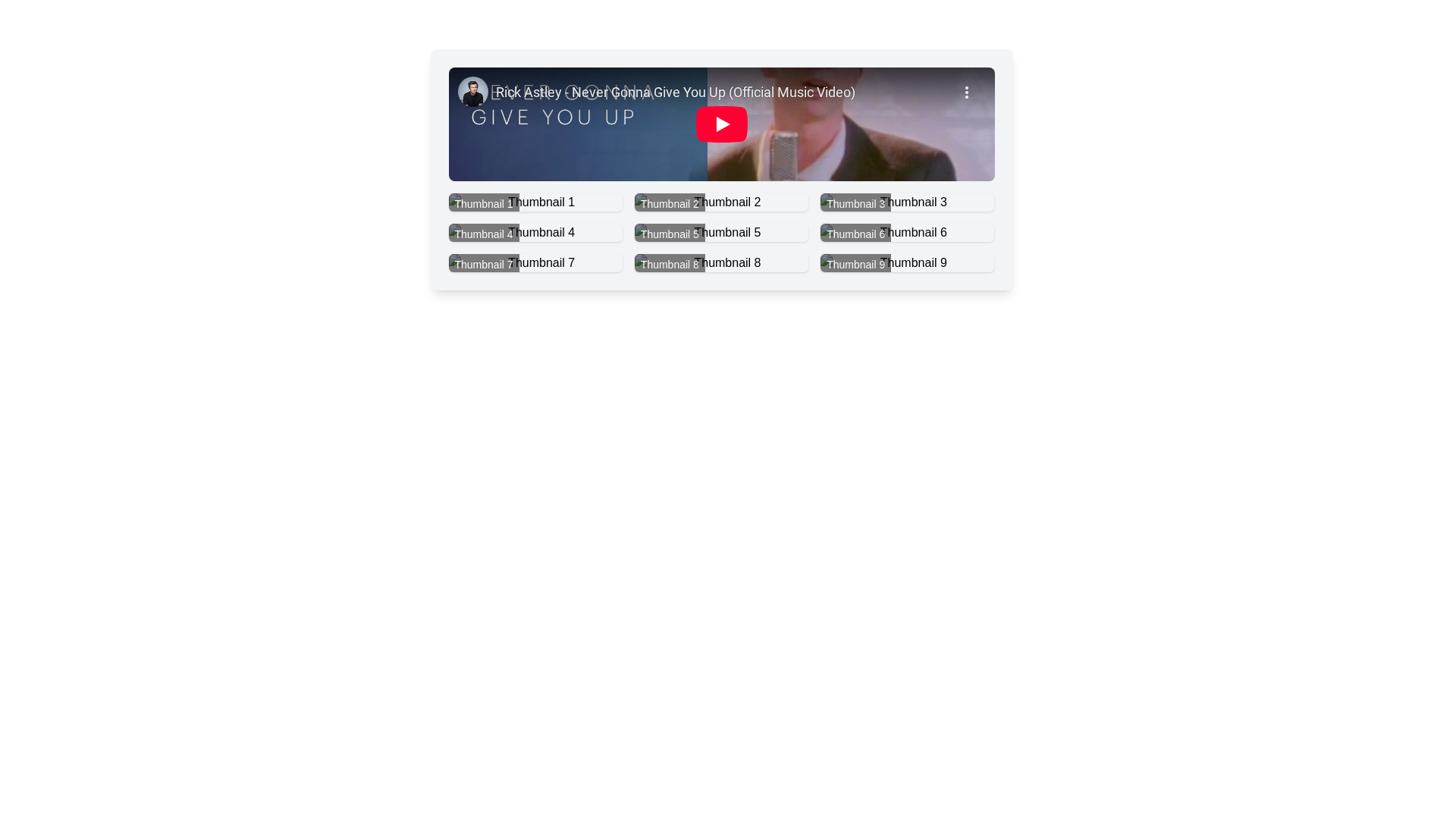  I want to click on the interactive options of the thumbnail serving as a preview for 'Thumbnail 9', located in the bottom right corner of the 3x3 grid, so click(907, 262).